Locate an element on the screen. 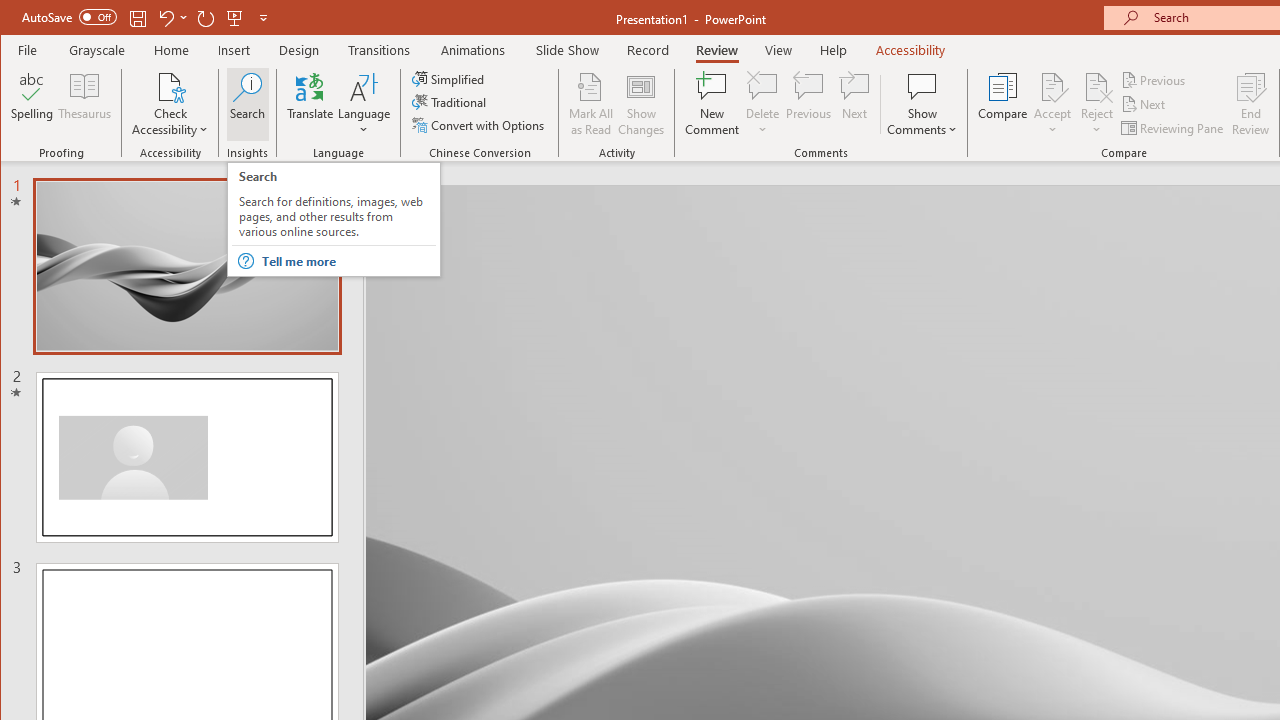  'Mark All as Read' is located at coordinates (590, 104).